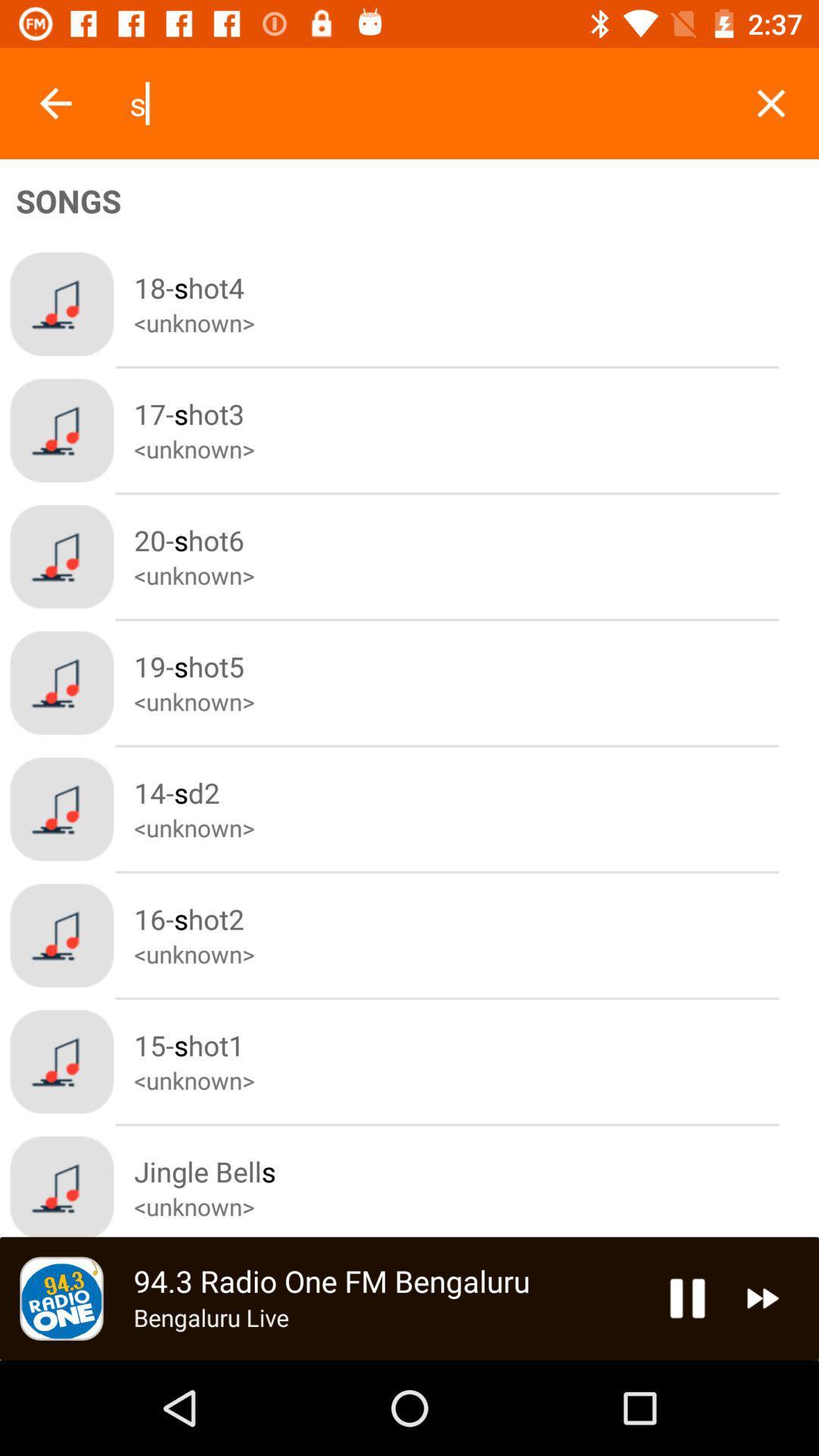 The height and width of the screenshot is (1456, 819). Describe the element at coordinates (771, 102) in the screenshot. I see `the item at the top right corner` at that location.